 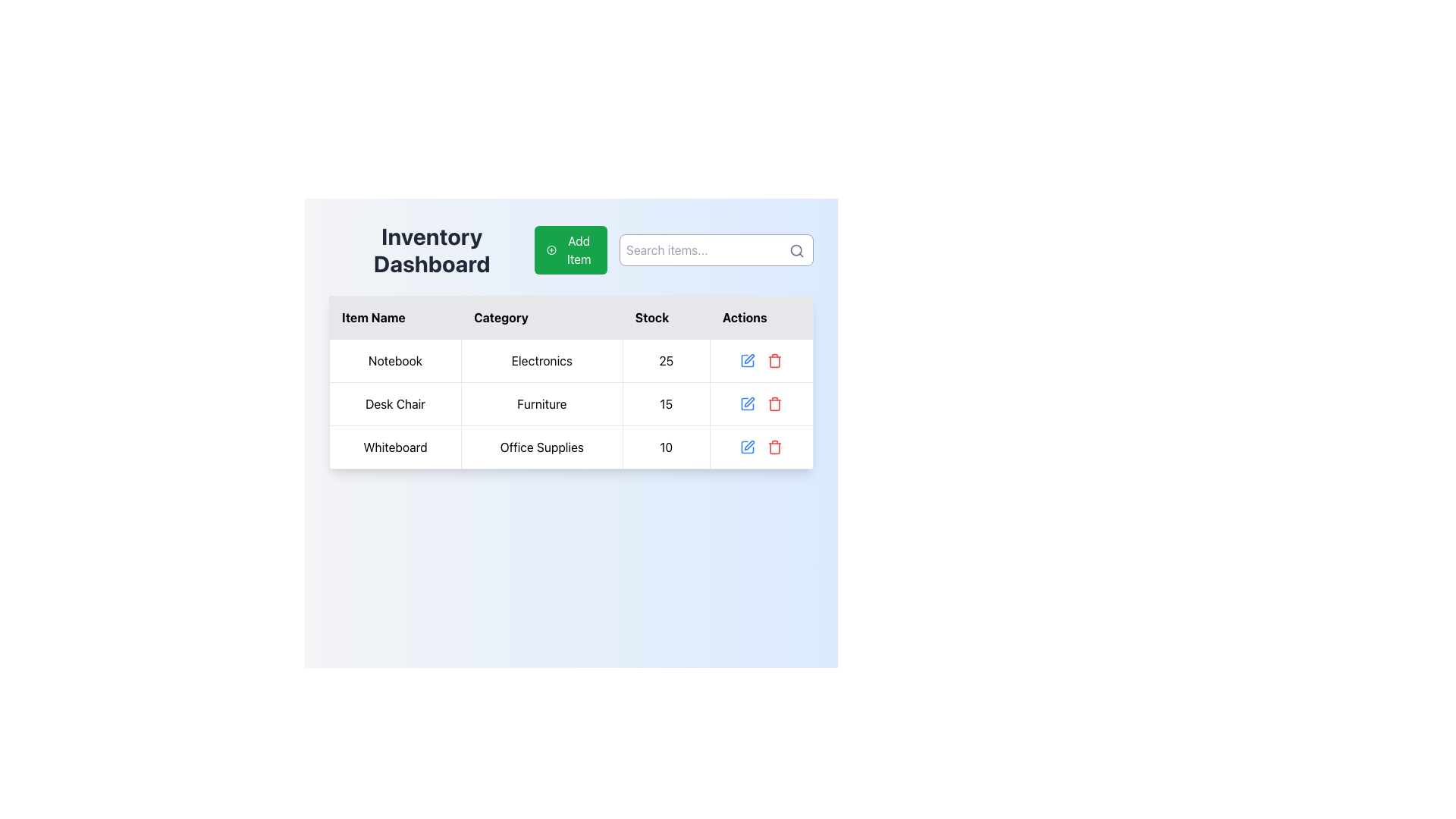 What do you see at coordinates (570, 360) in the screenshot?
I see `to select the topmost row of the table containing the columns 'Notebook', 'Electronics', '25', and action icons for edit and delete` at bounding box center [570, 360].